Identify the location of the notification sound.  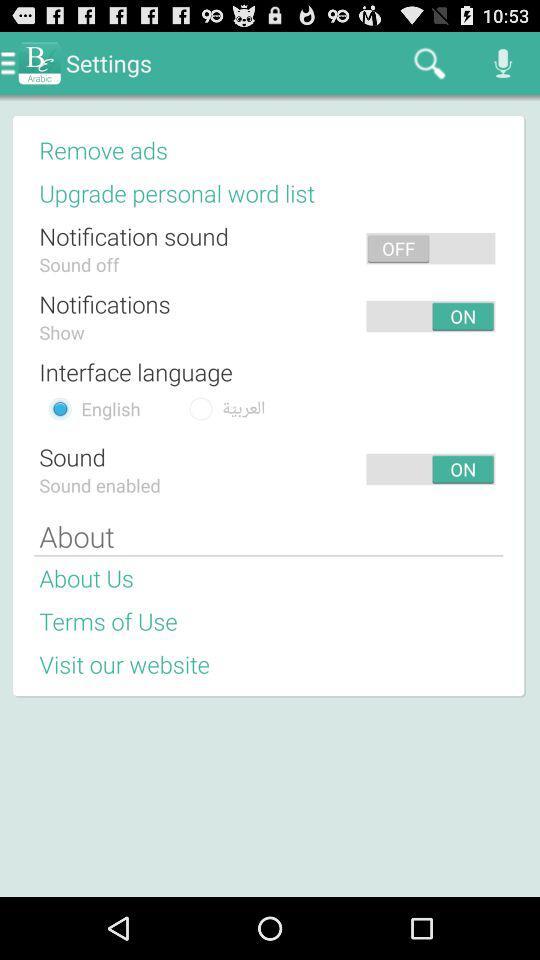
(134, 236).